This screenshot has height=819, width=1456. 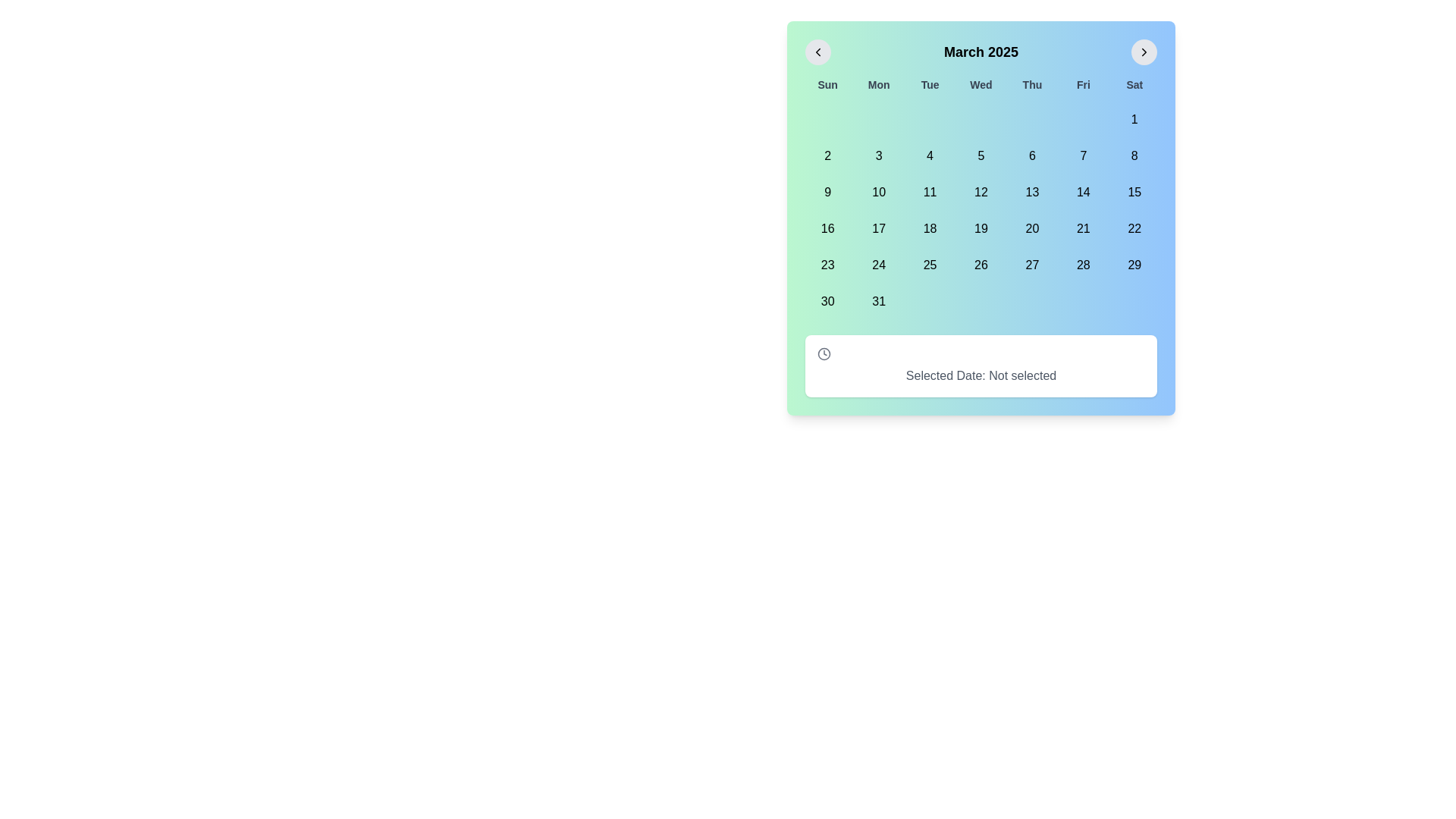 What do you see at coordinates (1134, 265) in the screenshot?
I see `the date button representing '29' in the Saturday column of the March 2025 calendar` at bounding box center [1134, 265].